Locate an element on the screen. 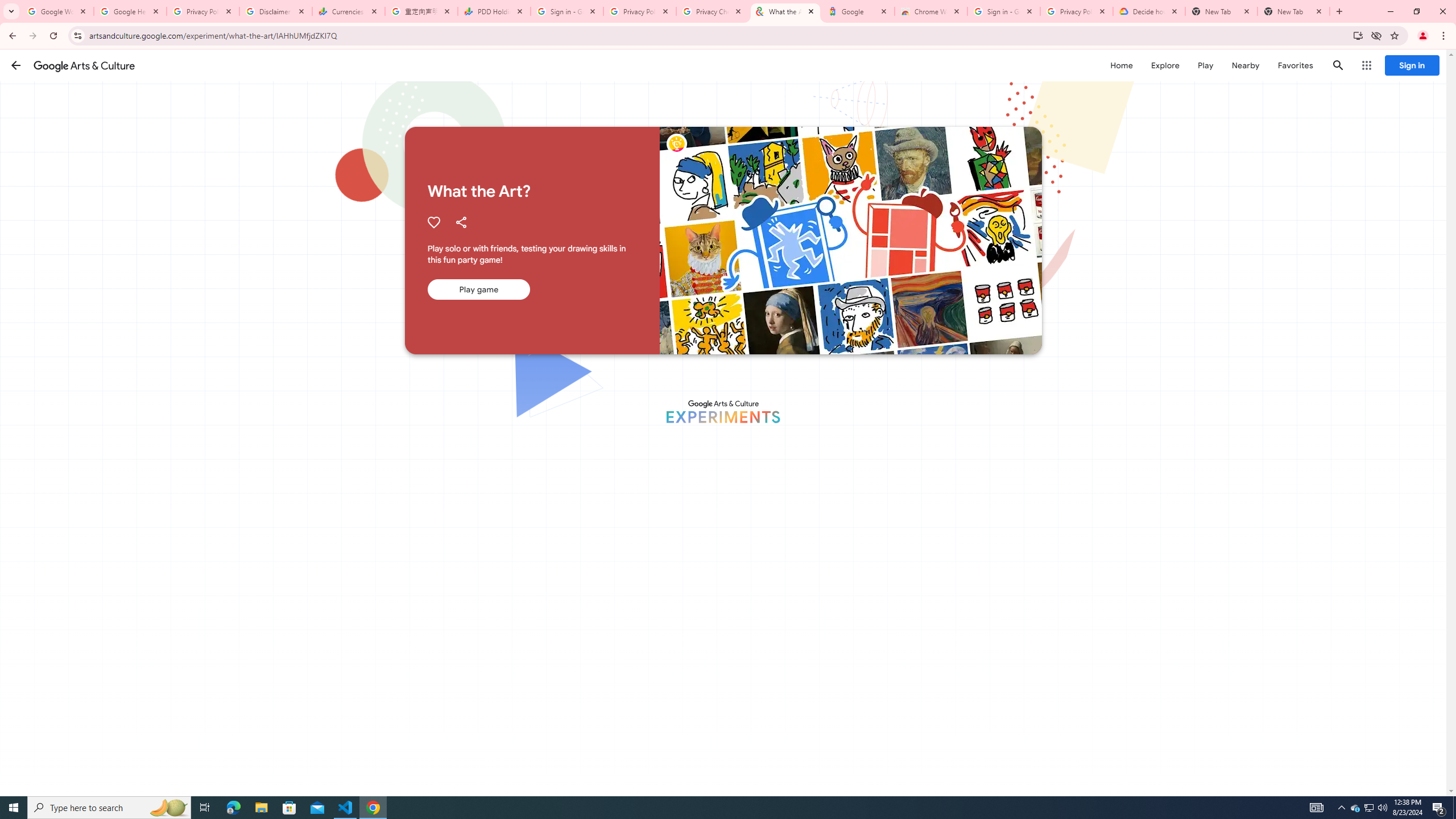 The height and width of the screenshot is (819, 1456). 'Search tabs' is located at coordinates (11, 11).